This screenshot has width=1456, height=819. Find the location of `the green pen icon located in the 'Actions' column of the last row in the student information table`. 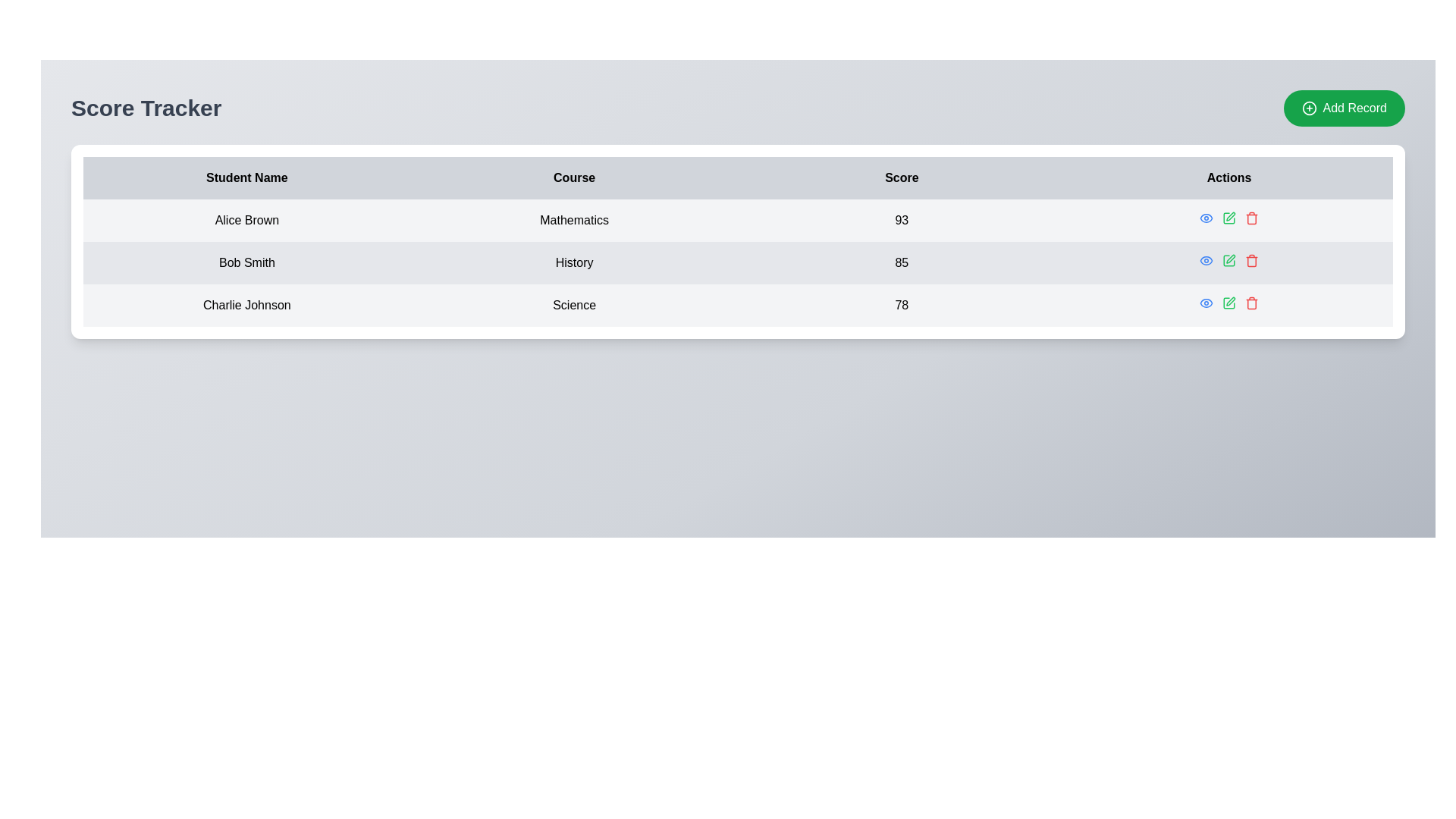

the green pen icon located in the 'Actions' column of the last row in the student information table is located at coordinates (1229, 259).